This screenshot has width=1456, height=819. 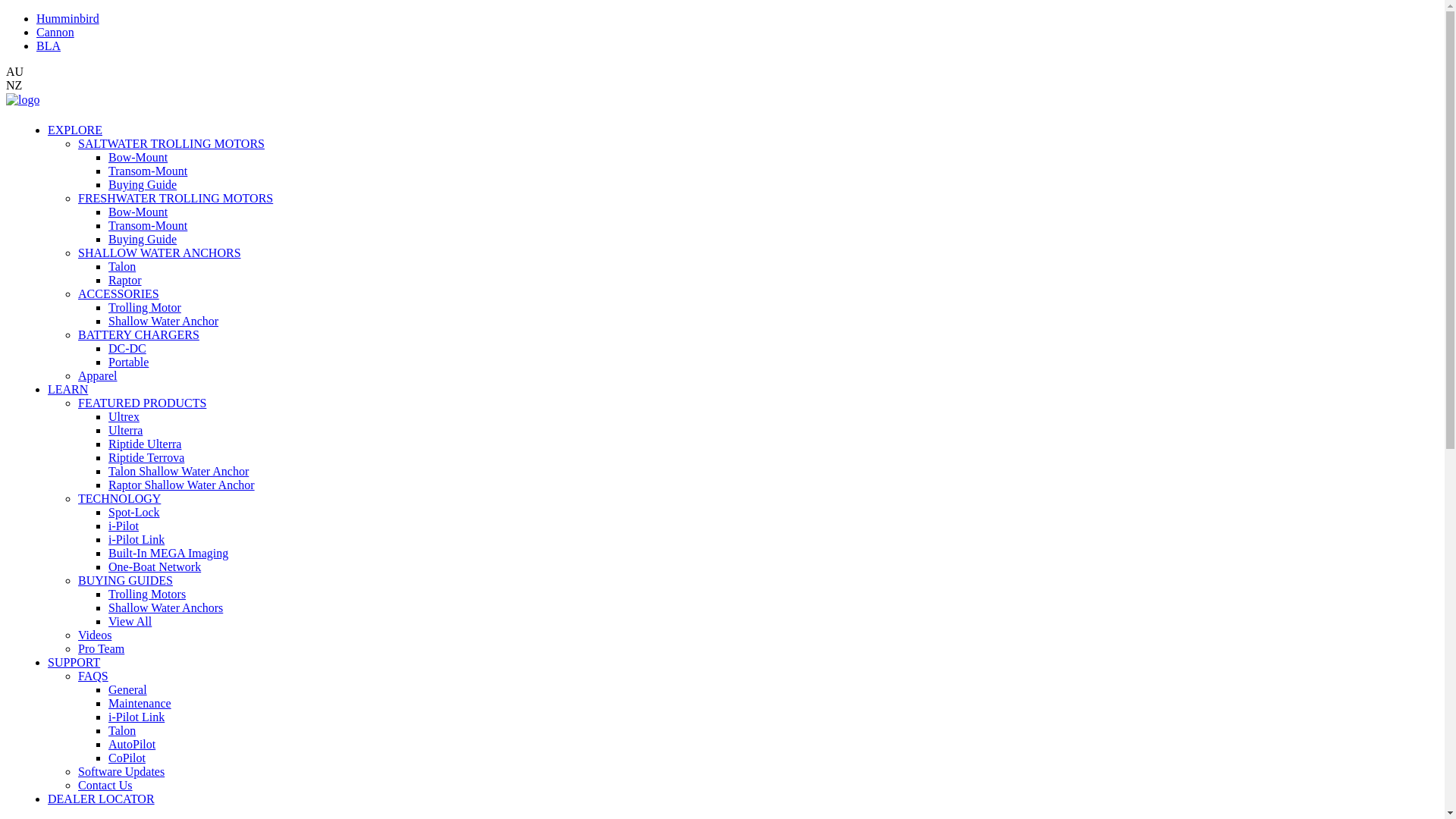 What do you see at coordinates (73, 661) in the screenshot?
I see `'SUPPORT'` at bounding box center [73, 661].